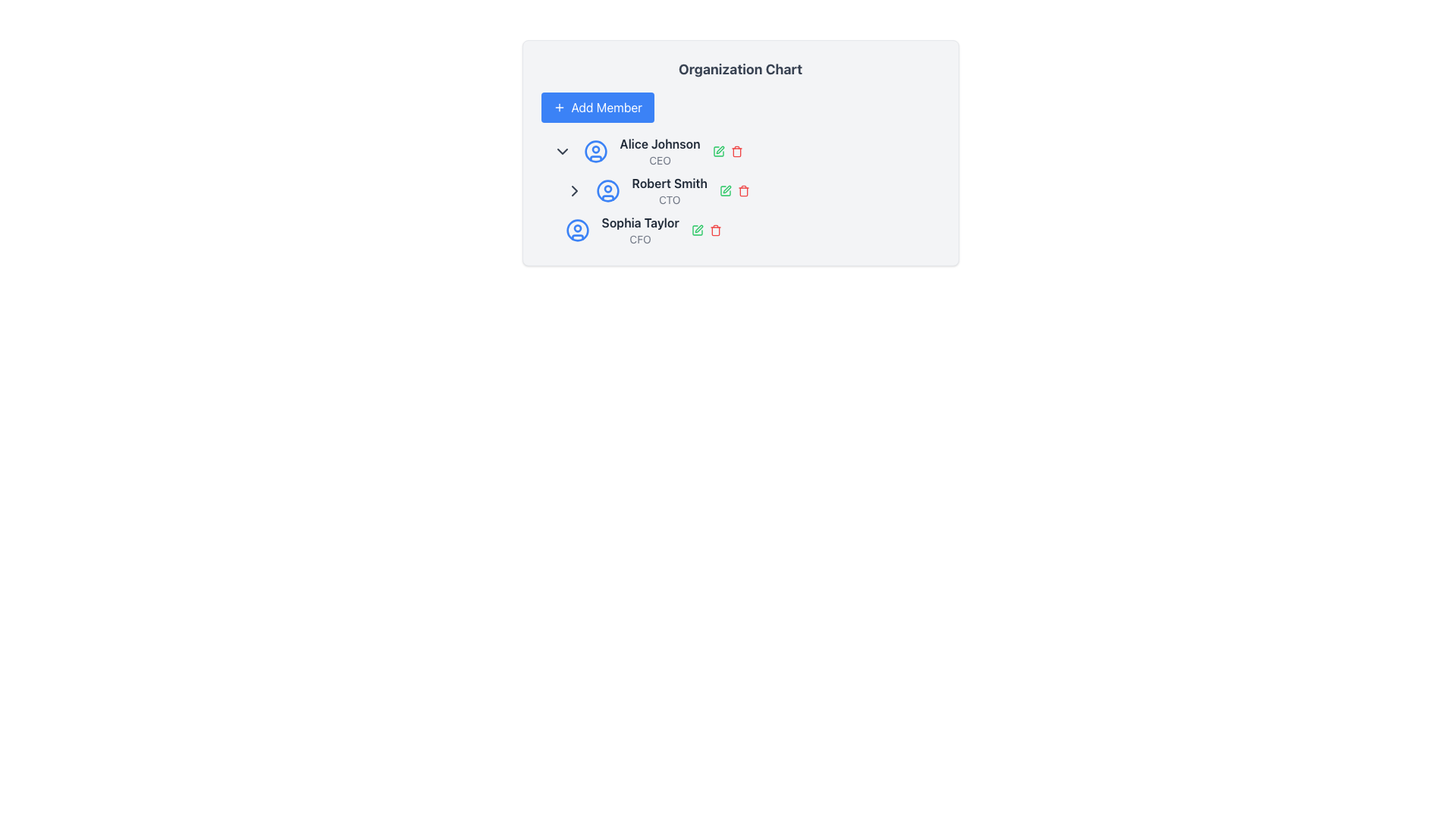  I want to click on the text label that describes Robert Smith's role as Chief Technology Officer, which is positioned directly beneath his name in the organizational chart, so click(669, 199).